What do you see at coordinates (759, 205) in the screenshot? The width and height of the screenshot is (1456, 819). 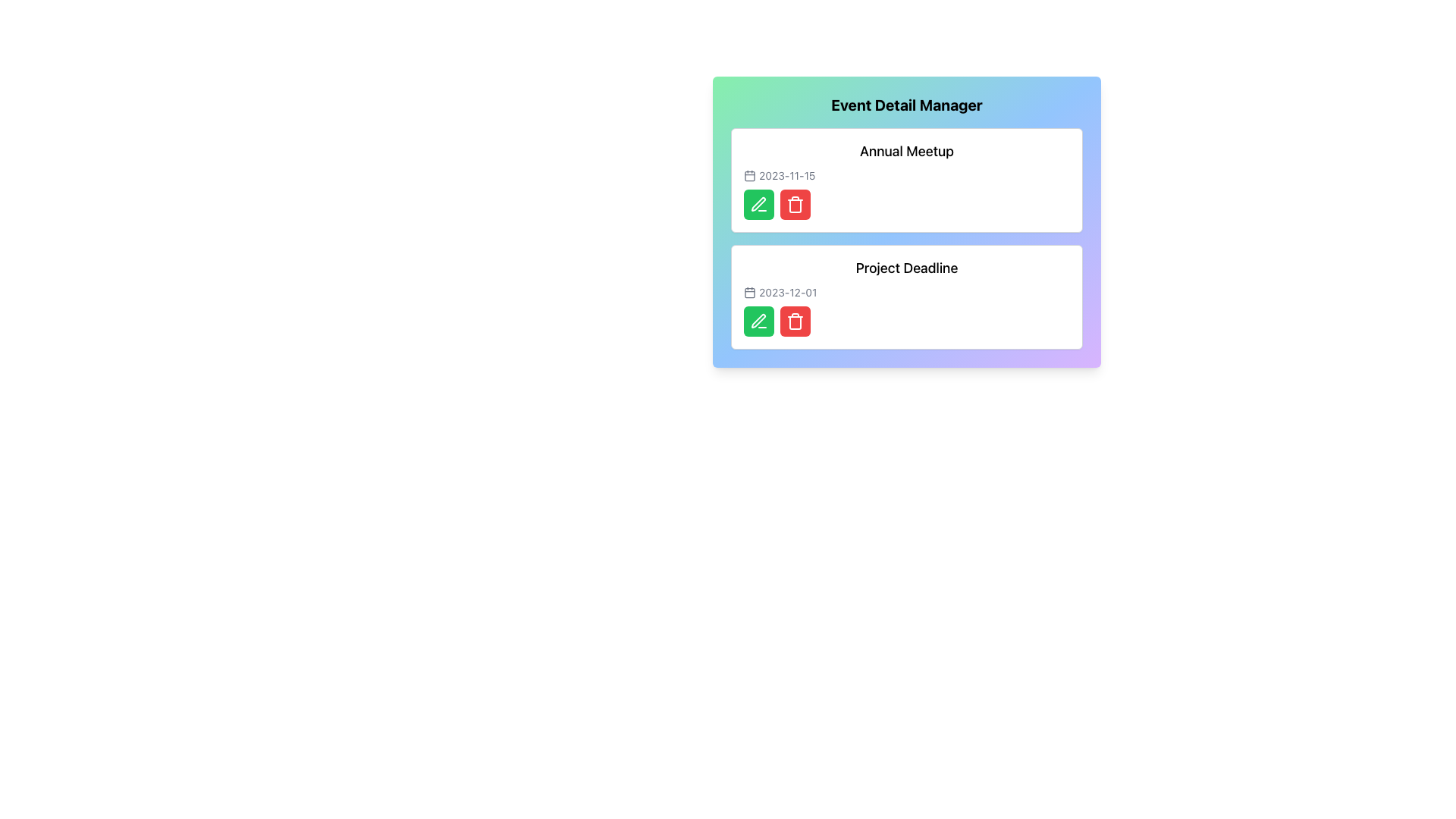 I see `the edit button located in the 'Annual Meetup' section for the event on '2023-11-15' to modify the event details` at bounding box center [759, 205].